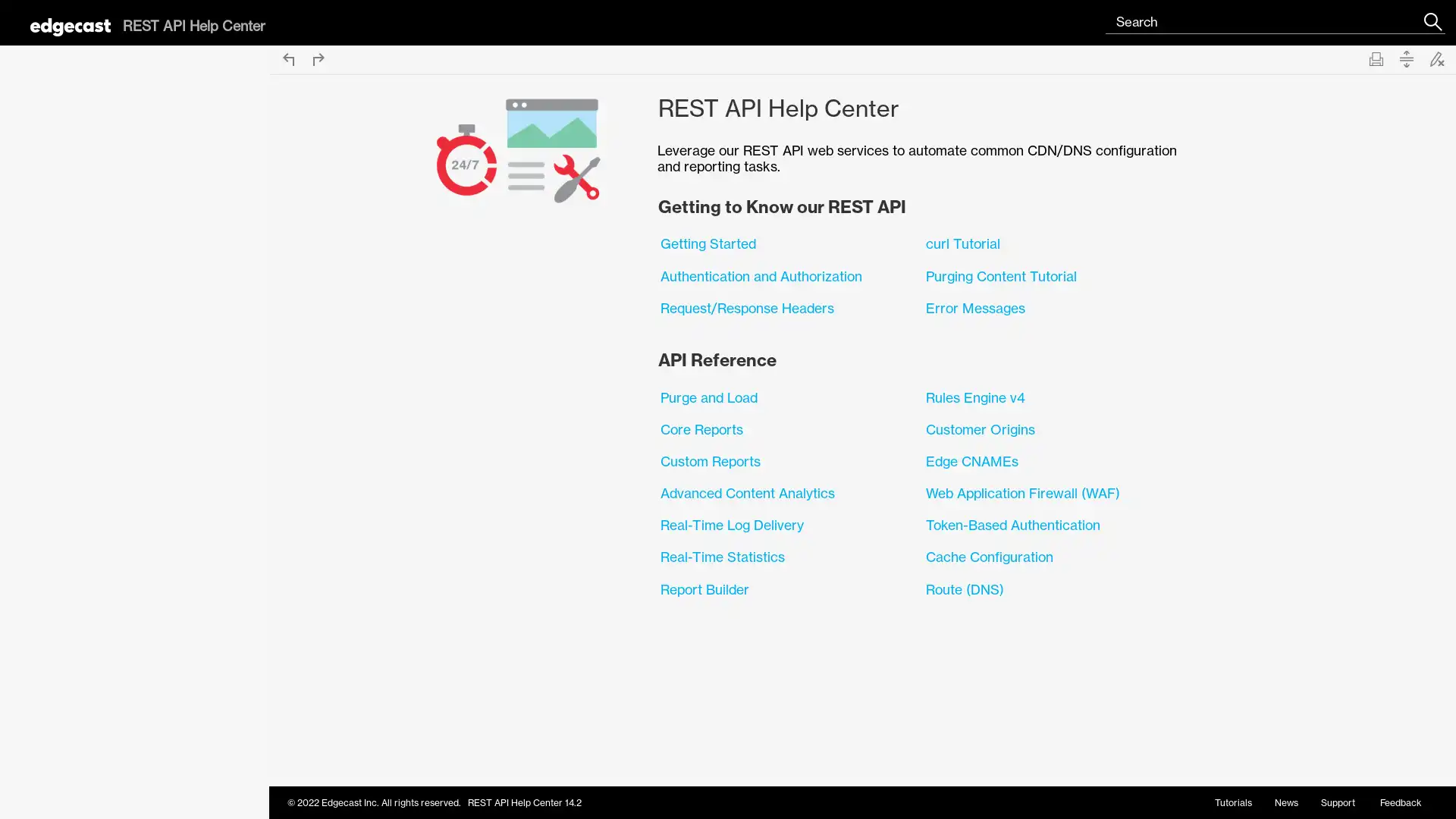 Image resolution: width=1456 pixels, height=819 pixels. I want to click on remove highlight, so click(1436, 58).